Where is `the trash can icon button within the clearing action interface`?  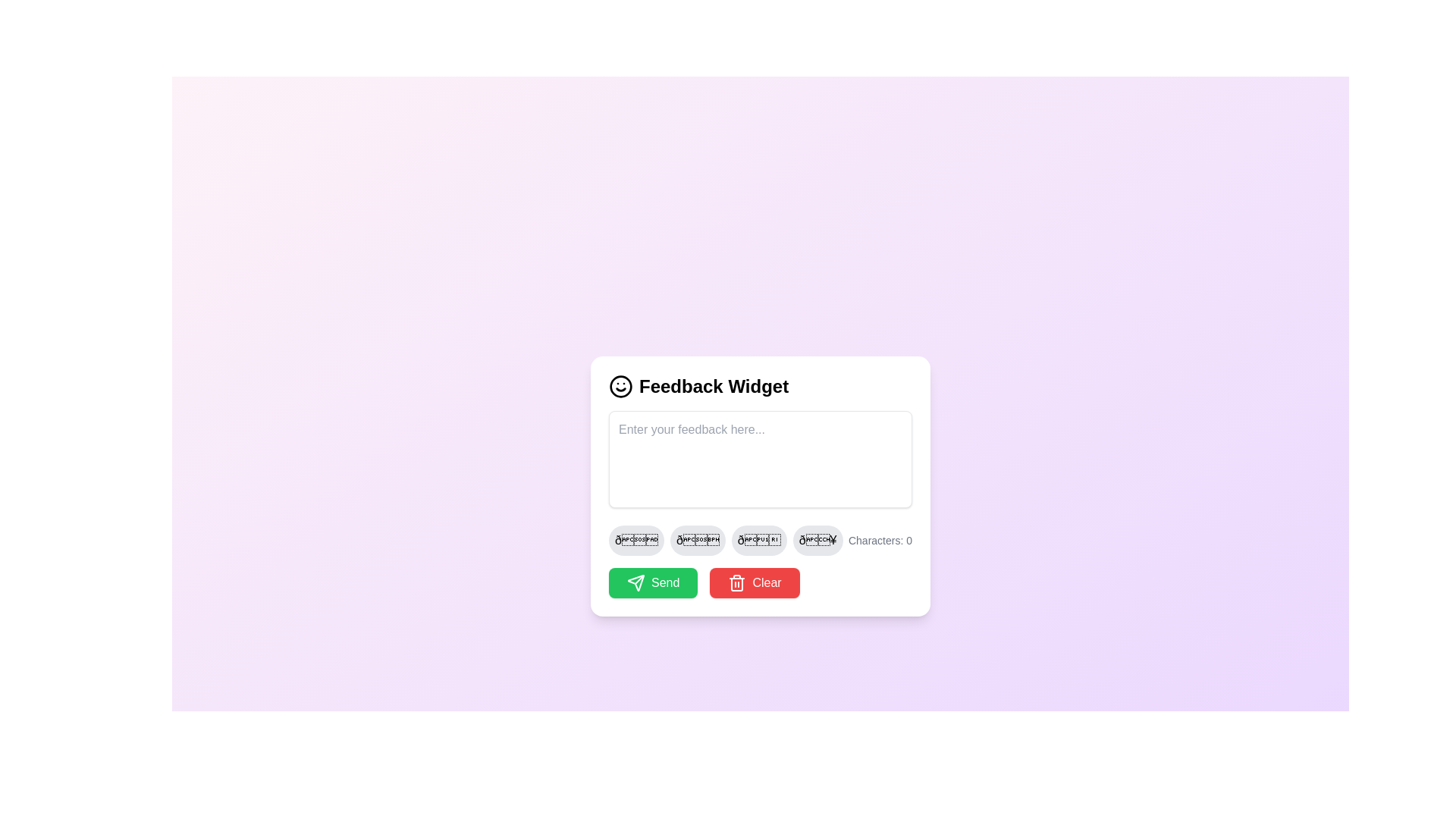
the trash can icon button within the clearing action interface is located at coordinates (737, 582).